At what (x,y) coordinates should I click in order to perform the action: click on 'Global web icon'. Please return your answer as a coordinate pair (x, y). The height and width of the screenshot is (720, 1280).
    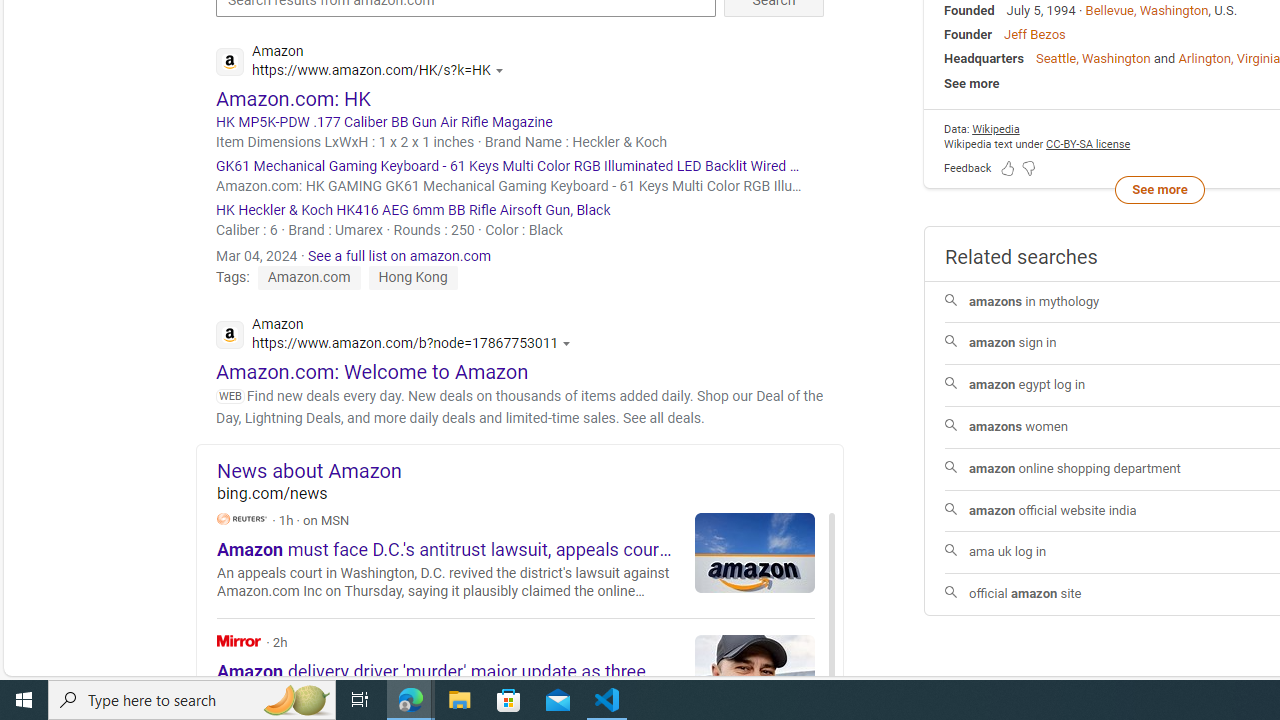
    Looking at the image, I should click on (229, 333).